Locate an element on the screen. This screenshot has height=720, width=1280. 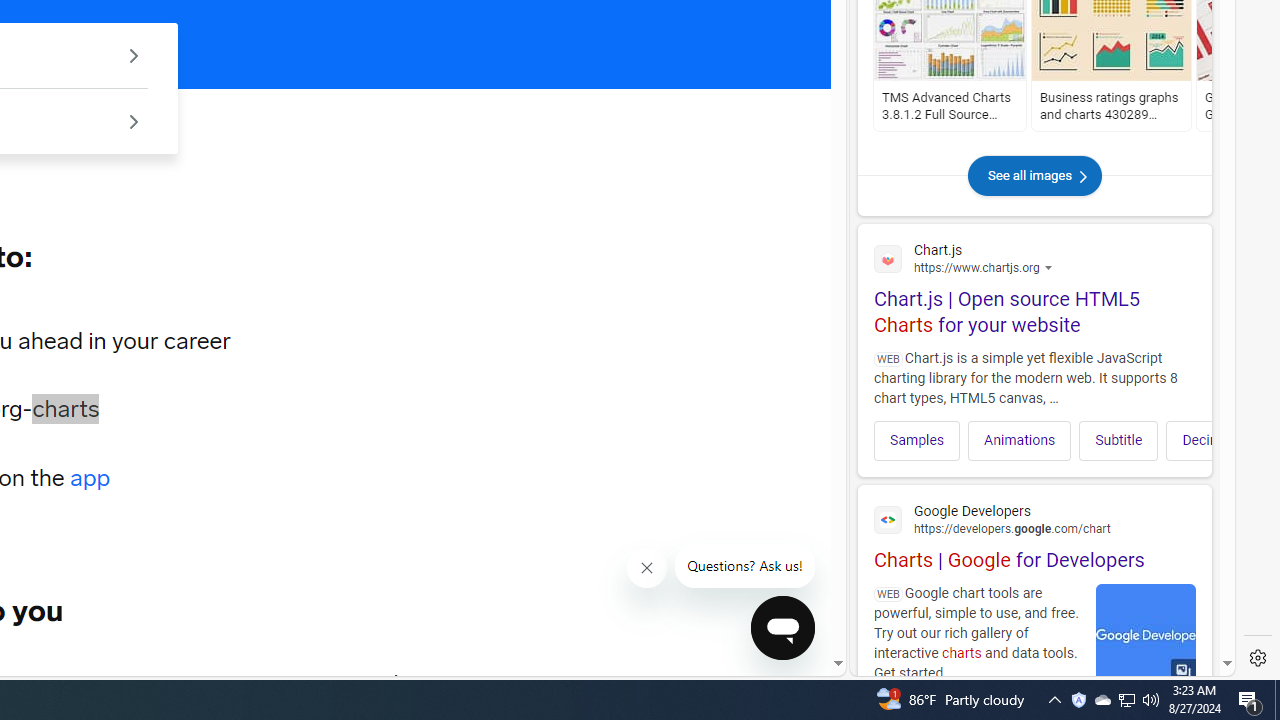
'Class: sc-1k07fow-1 cbnSms' is located at coordinates (781, 626).